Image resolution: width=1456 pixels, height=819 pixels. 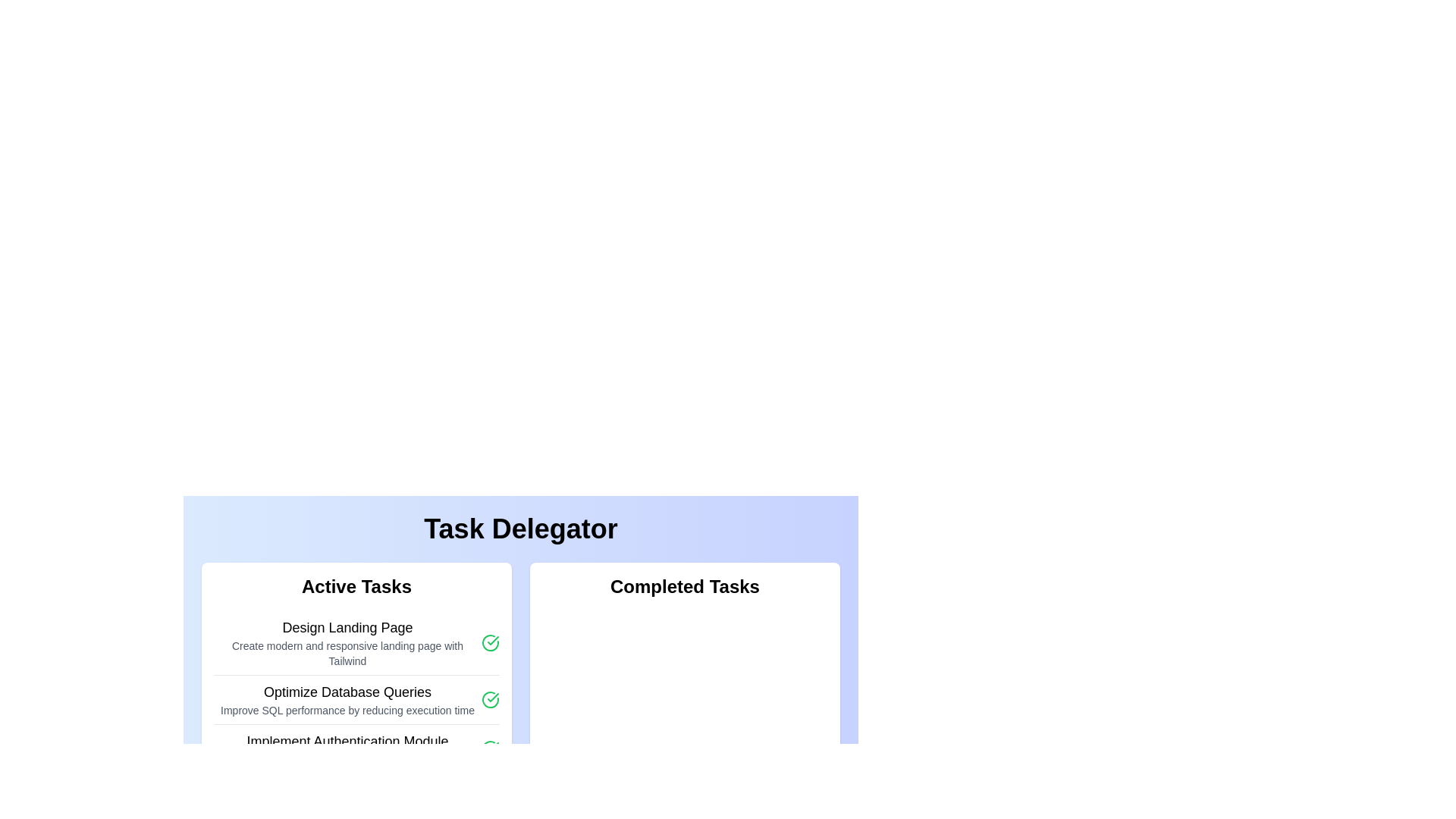 I want to click on the task description text for 'Optimize Database Queries' in the 'Active Tasks' section, so click(x=356, y=700).